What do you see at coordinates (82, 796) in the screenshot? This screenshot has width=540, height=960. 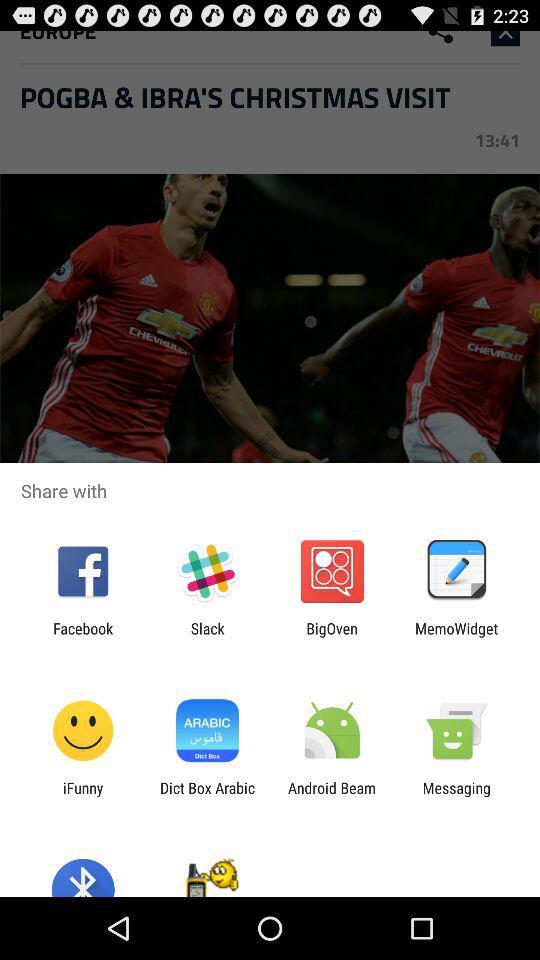 I see `the icon next to dict box arabic app` at bounding box center [82, 796].